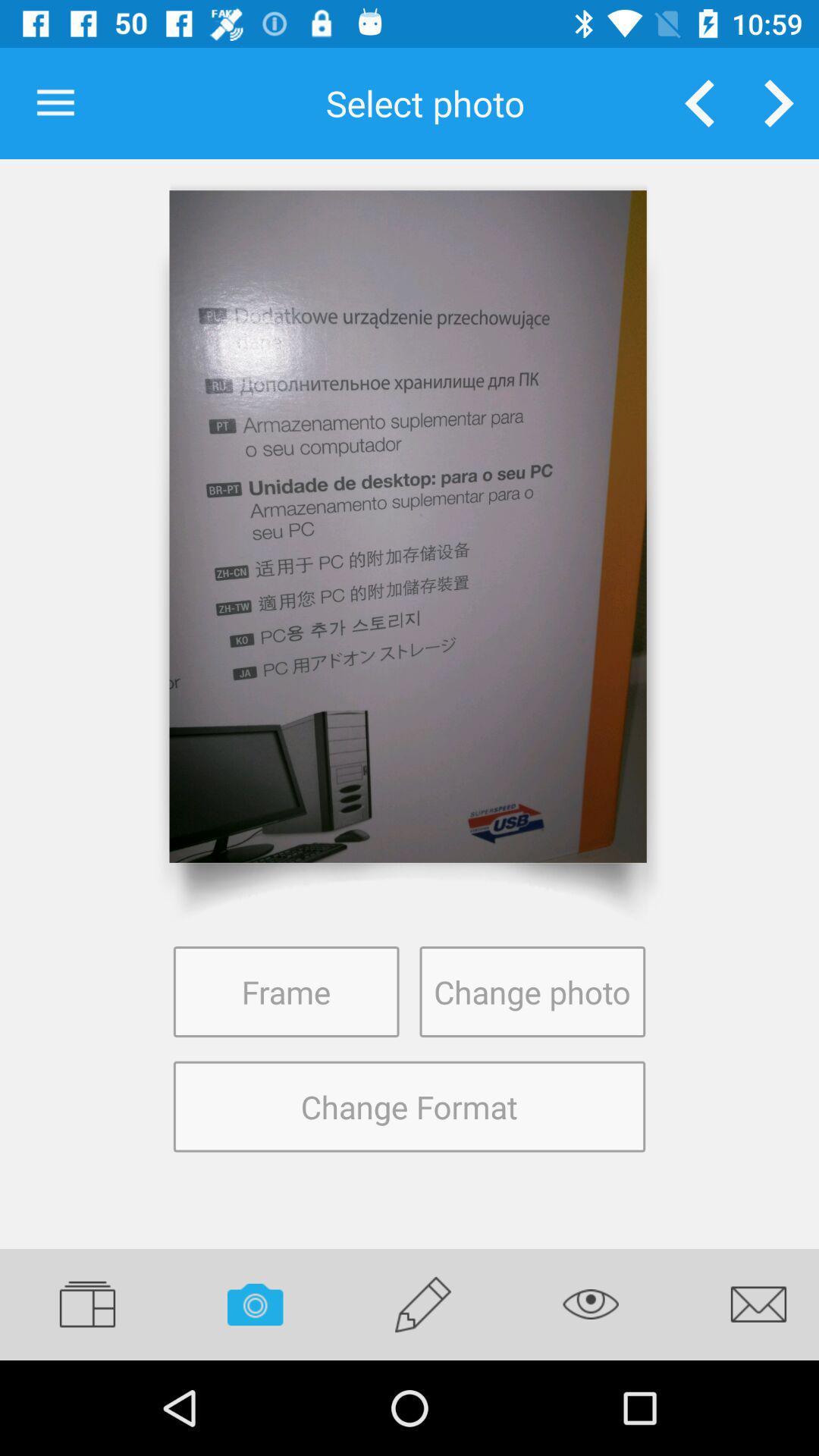 The image size is (819, 1456). I want to click on advance to next photo, so click(779, 102).